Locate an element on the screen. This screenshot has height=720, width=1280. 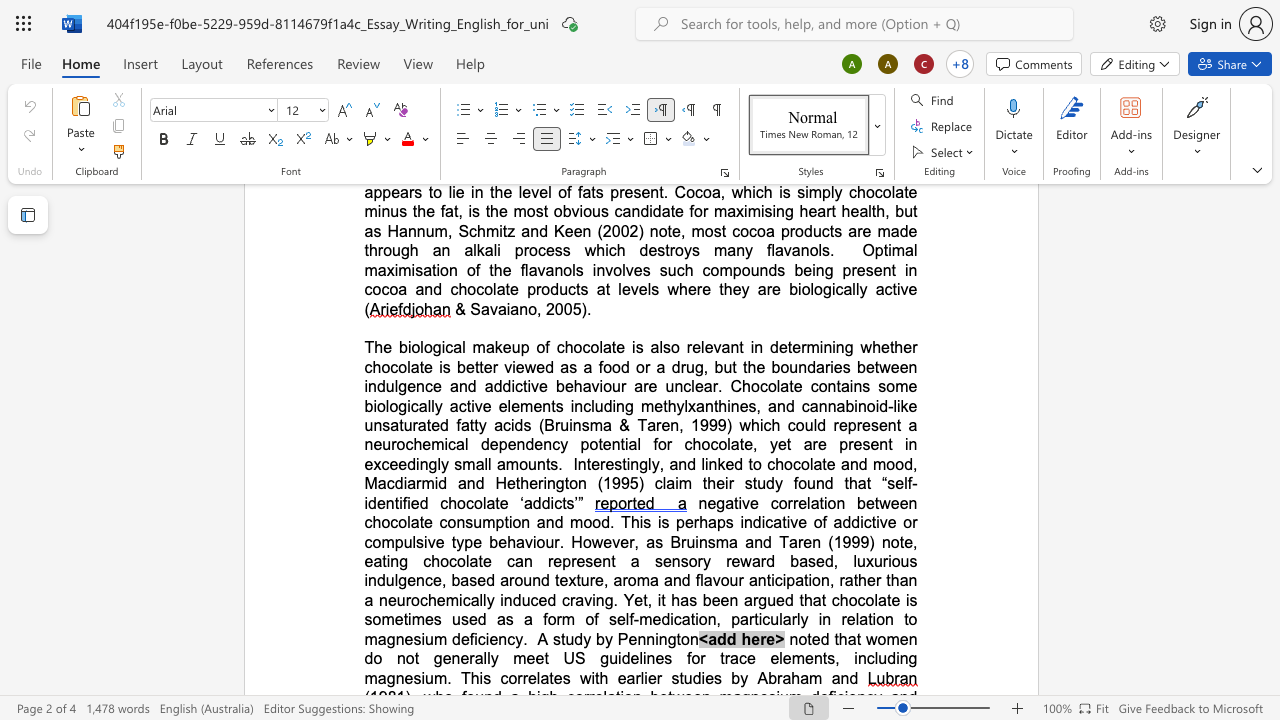
the space between the continuous character "g" and "t" in the text is located at coordinates (675, 639).